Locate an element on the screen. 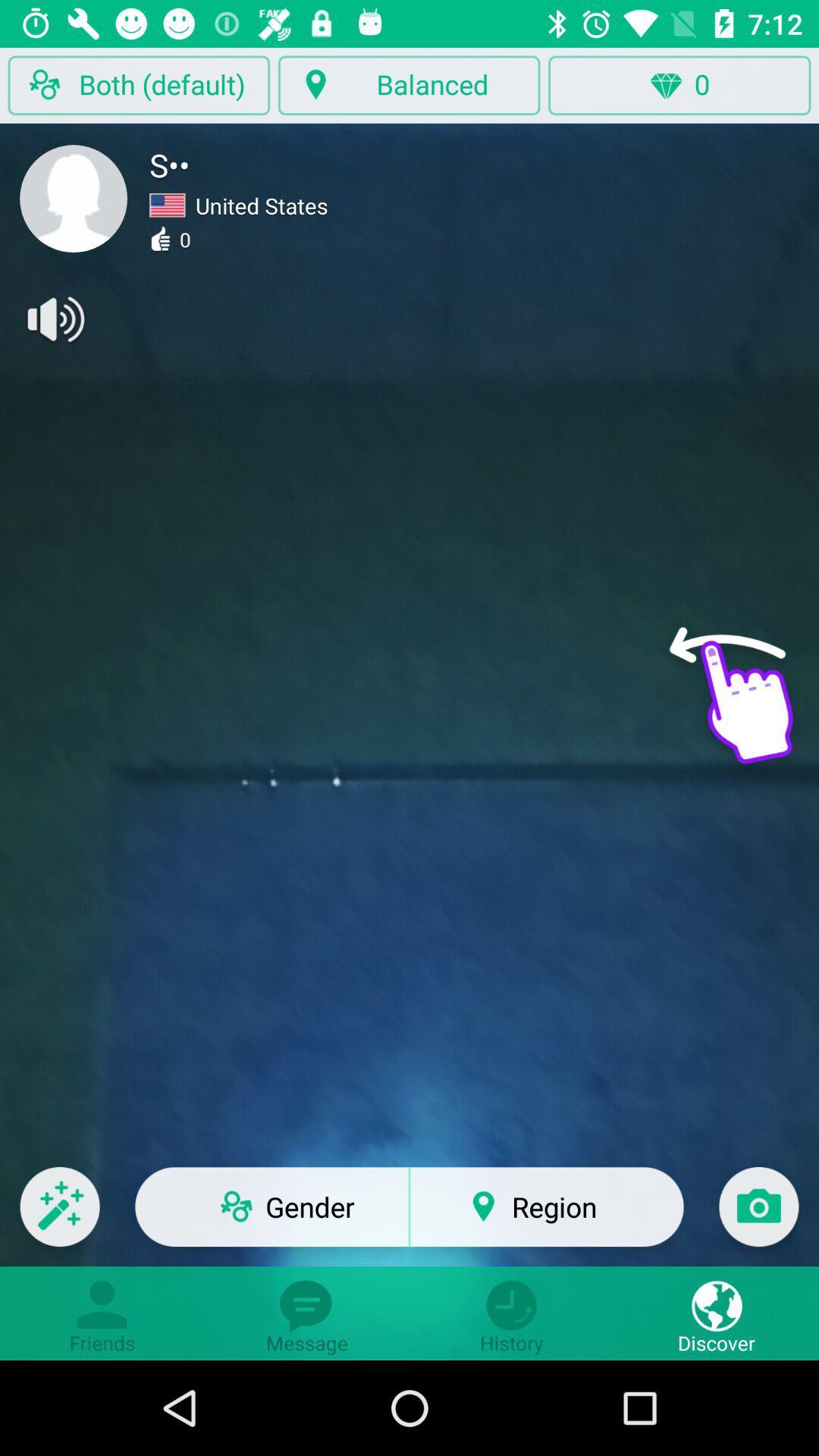  the avatar icon is located at coordinates (74, 198).